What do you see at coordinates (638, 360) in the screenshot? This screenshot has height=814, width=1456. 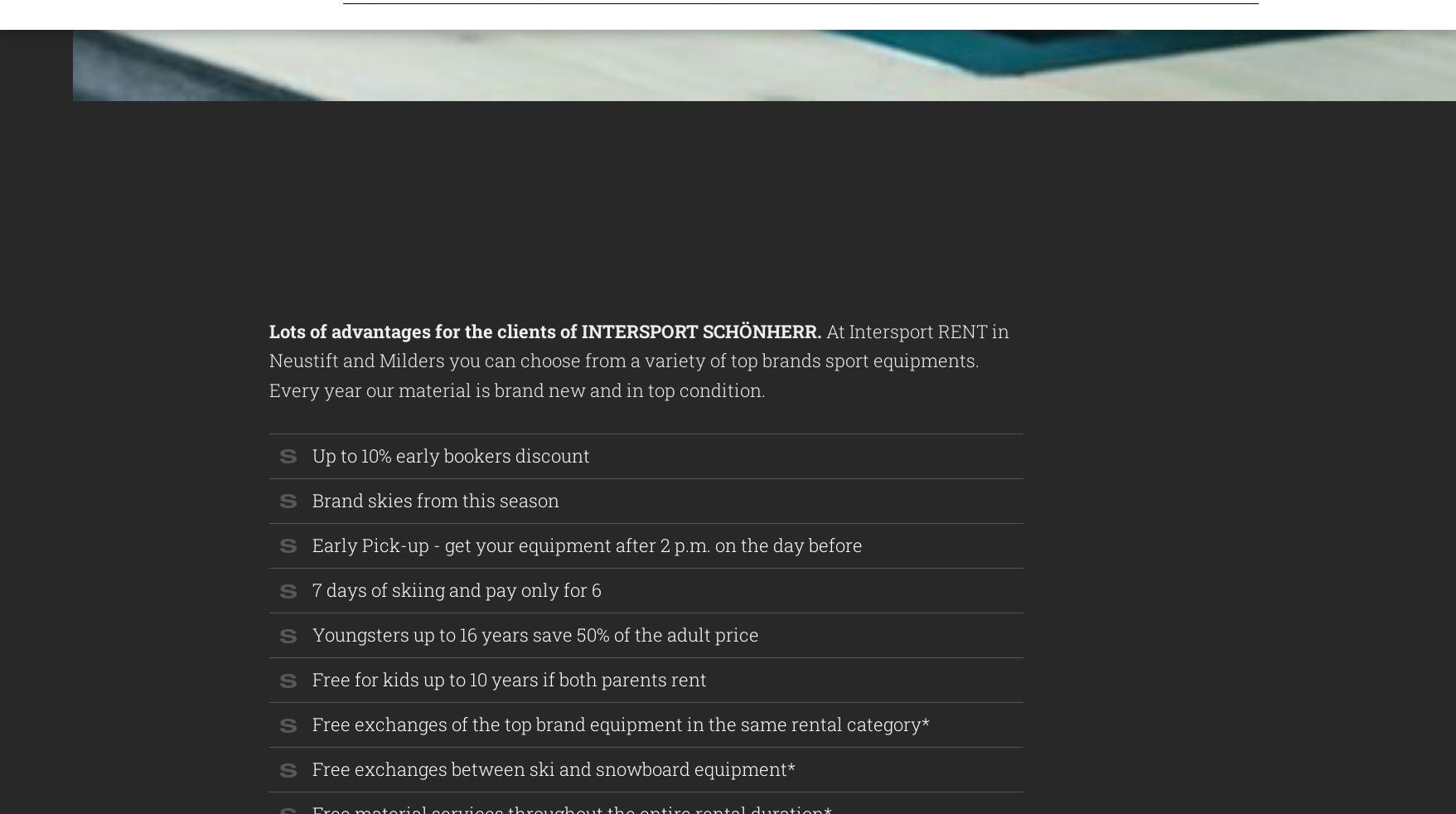 I see `'At Intersport RENT in Neustift and Milders you can choose from a variety of top brands sport equipments. Every year our material is brand new and in top condition.'` at bounding box center [638, 360].